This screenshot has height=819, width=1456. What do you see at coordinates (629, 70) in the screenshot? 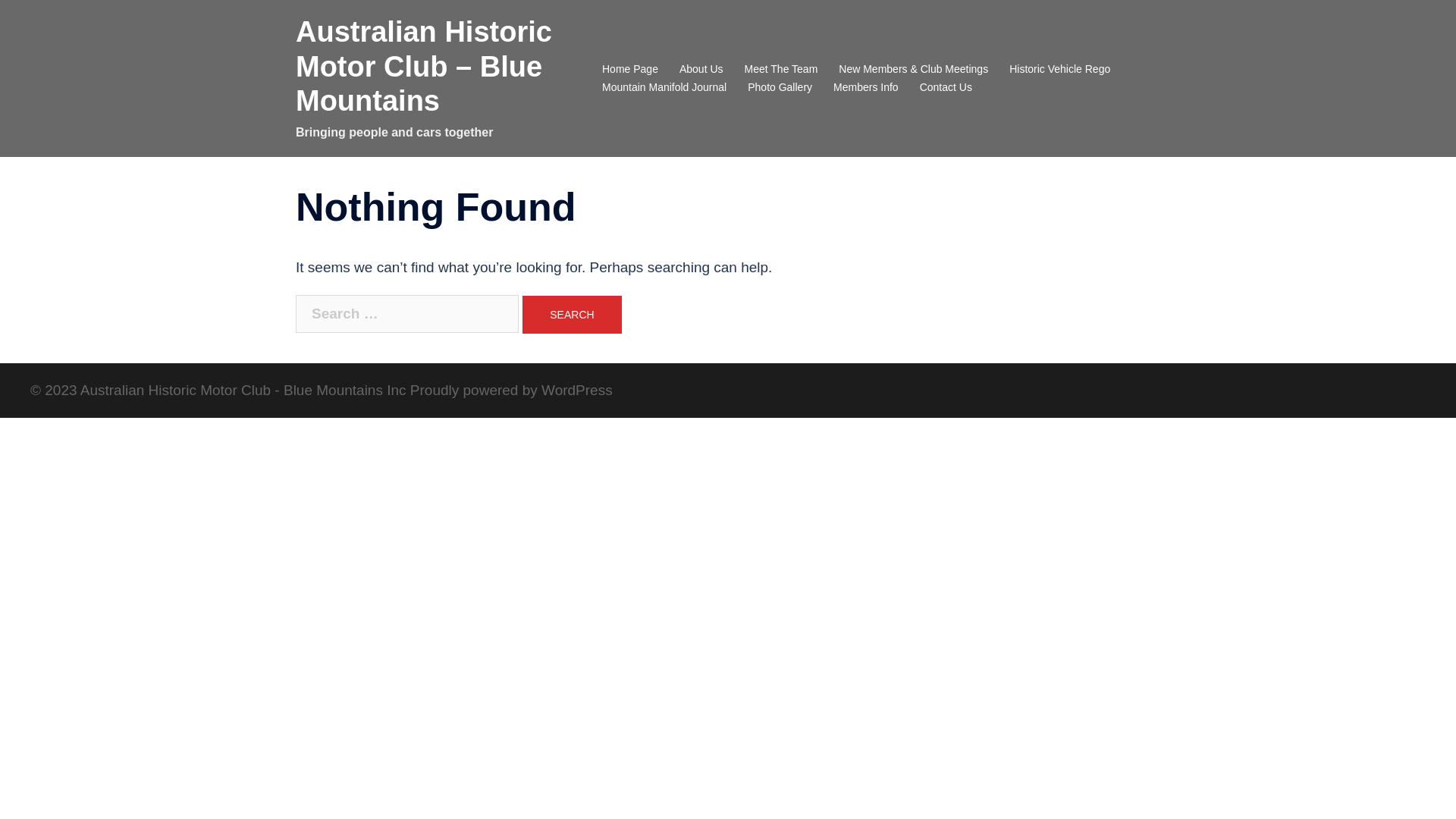
I see `'Home Page'` at bounding box center [629, 70].